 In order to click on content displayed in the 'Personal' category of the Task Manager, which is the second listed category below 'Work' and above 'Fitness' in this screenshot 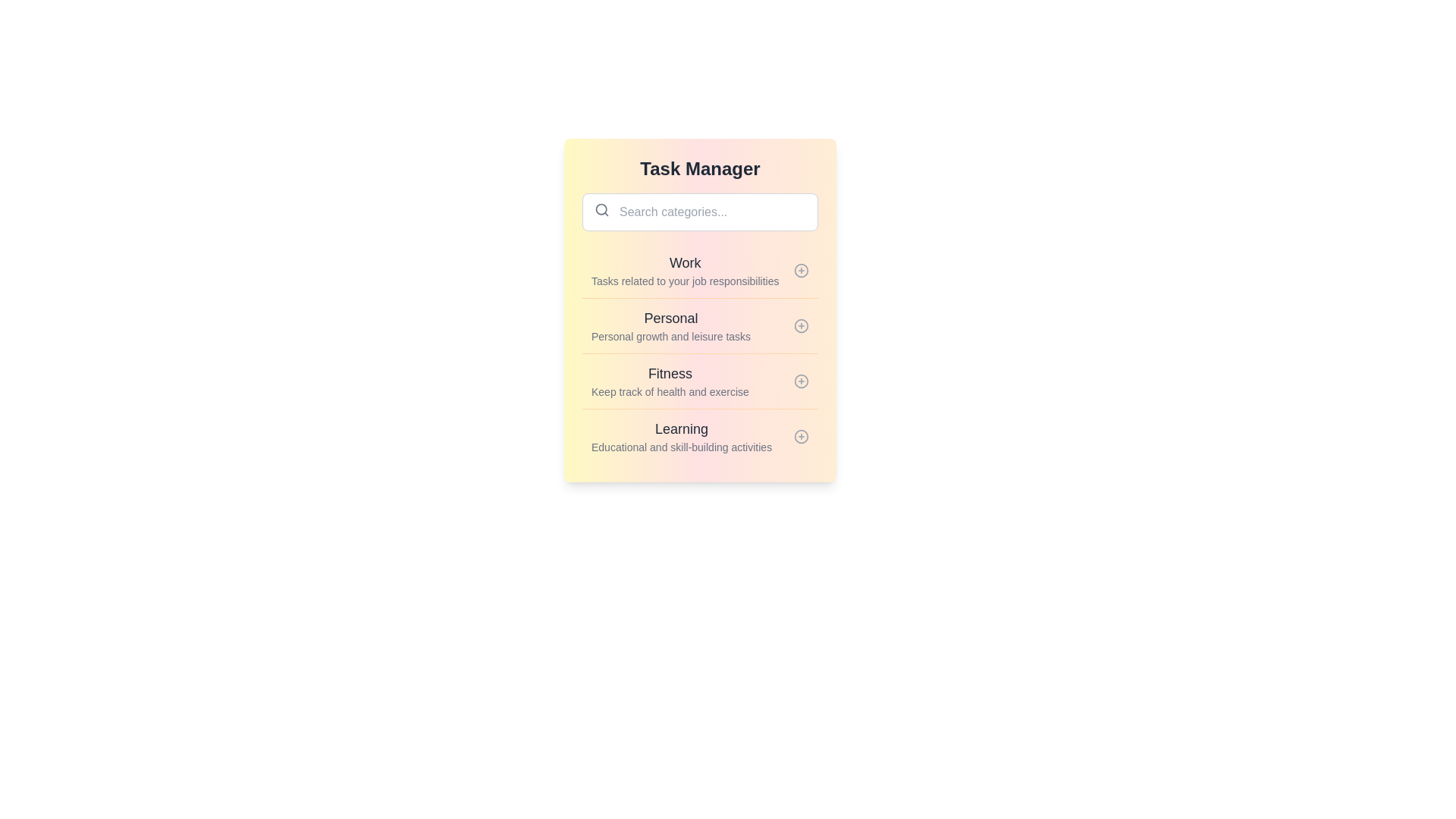, I will do `click(670, 325)`.